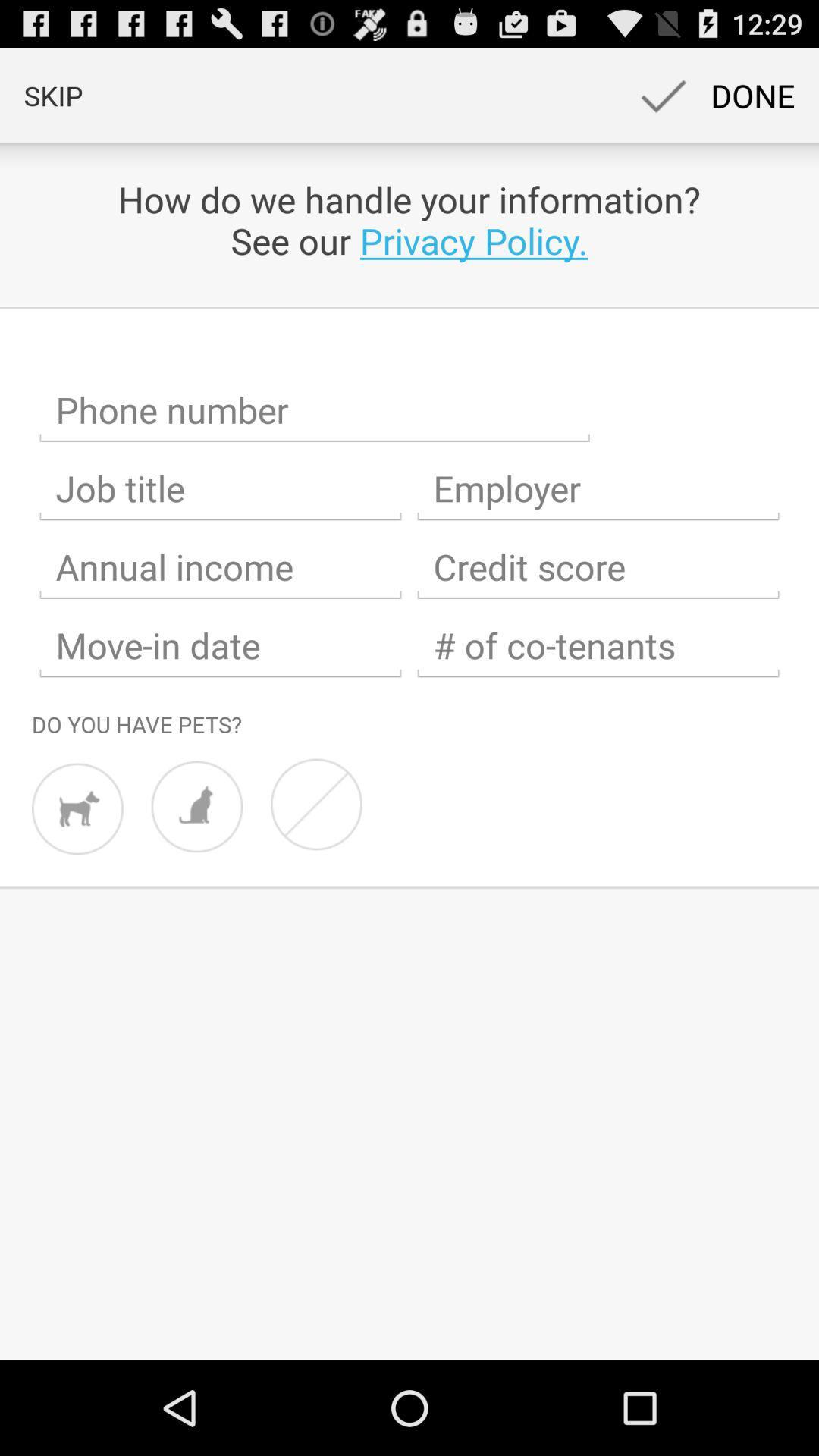 Image resolution: width=819 pixels, height=1456 pixels. What do you see at coordinates (598, 645) in the screenshot?
I see `number of co-tenants` at bounding box center [598, 645].